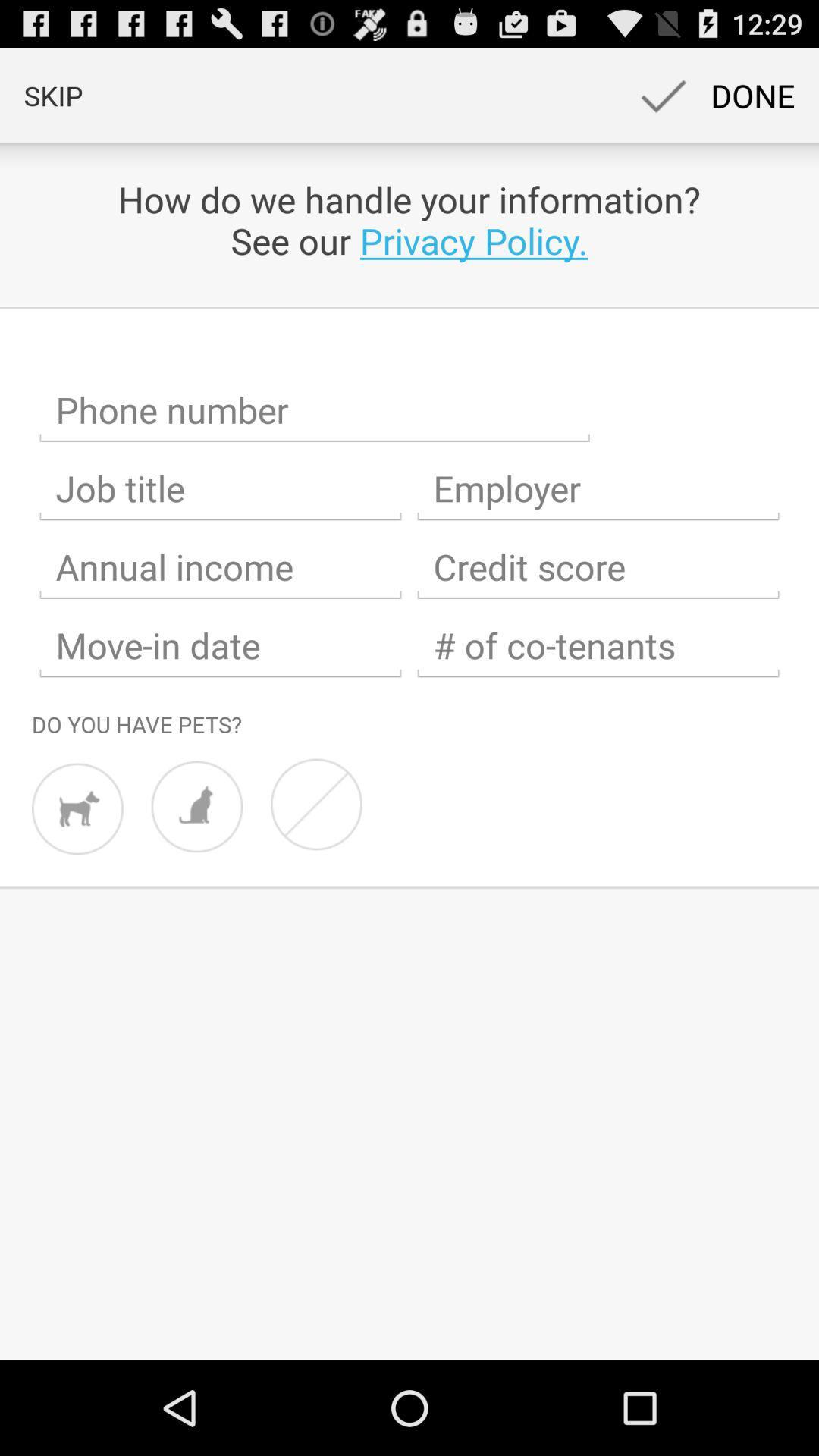 Image resolution: width=819 pixels, height=1456 pixels. What do you see at coordinates (598, 645) in the screenshot?
I see `number of co-tenants` at bounding box center [598, 645].